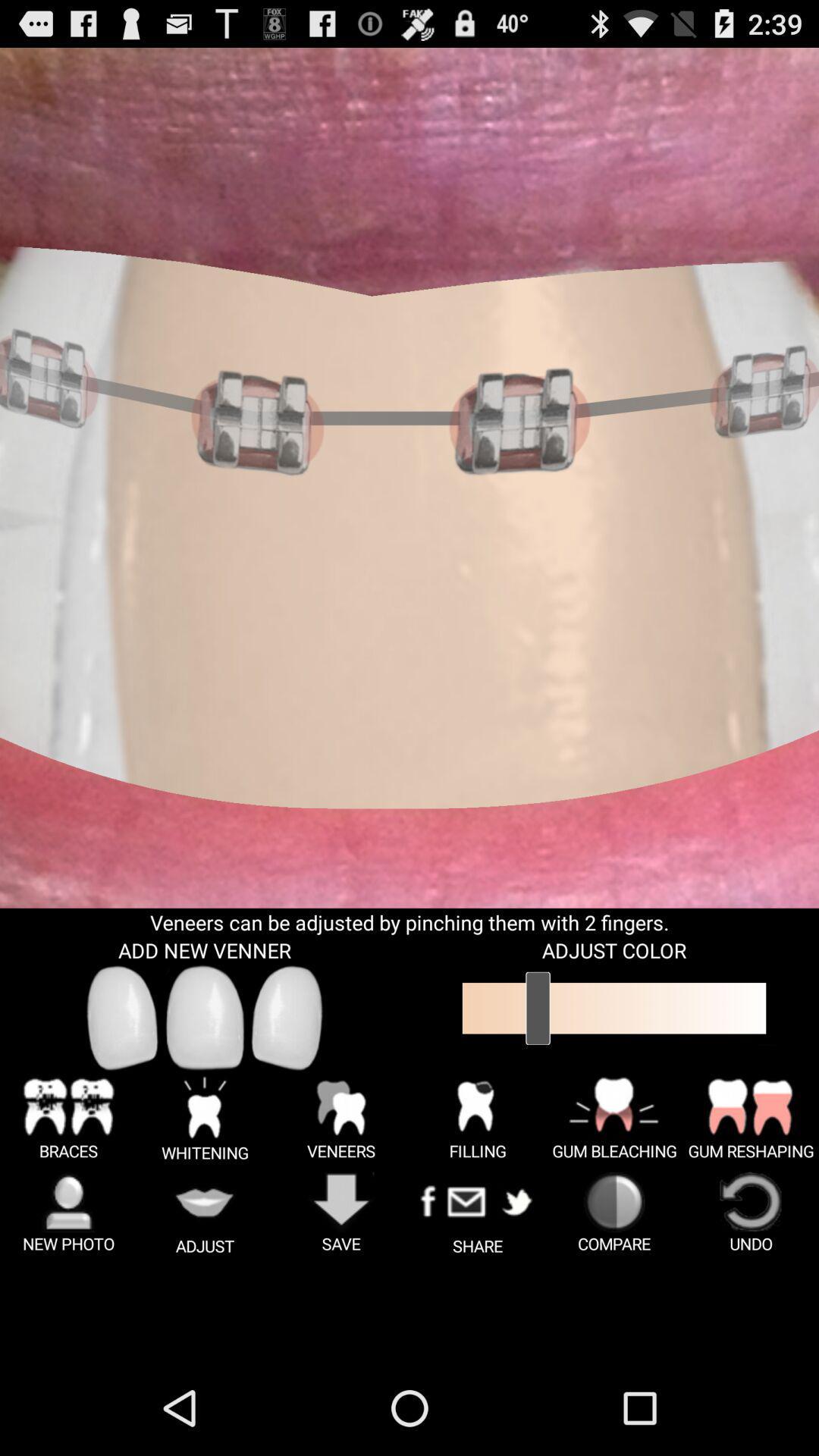 The image size is (819, 1456). I want to click on new veneer, so click(287, 1017).